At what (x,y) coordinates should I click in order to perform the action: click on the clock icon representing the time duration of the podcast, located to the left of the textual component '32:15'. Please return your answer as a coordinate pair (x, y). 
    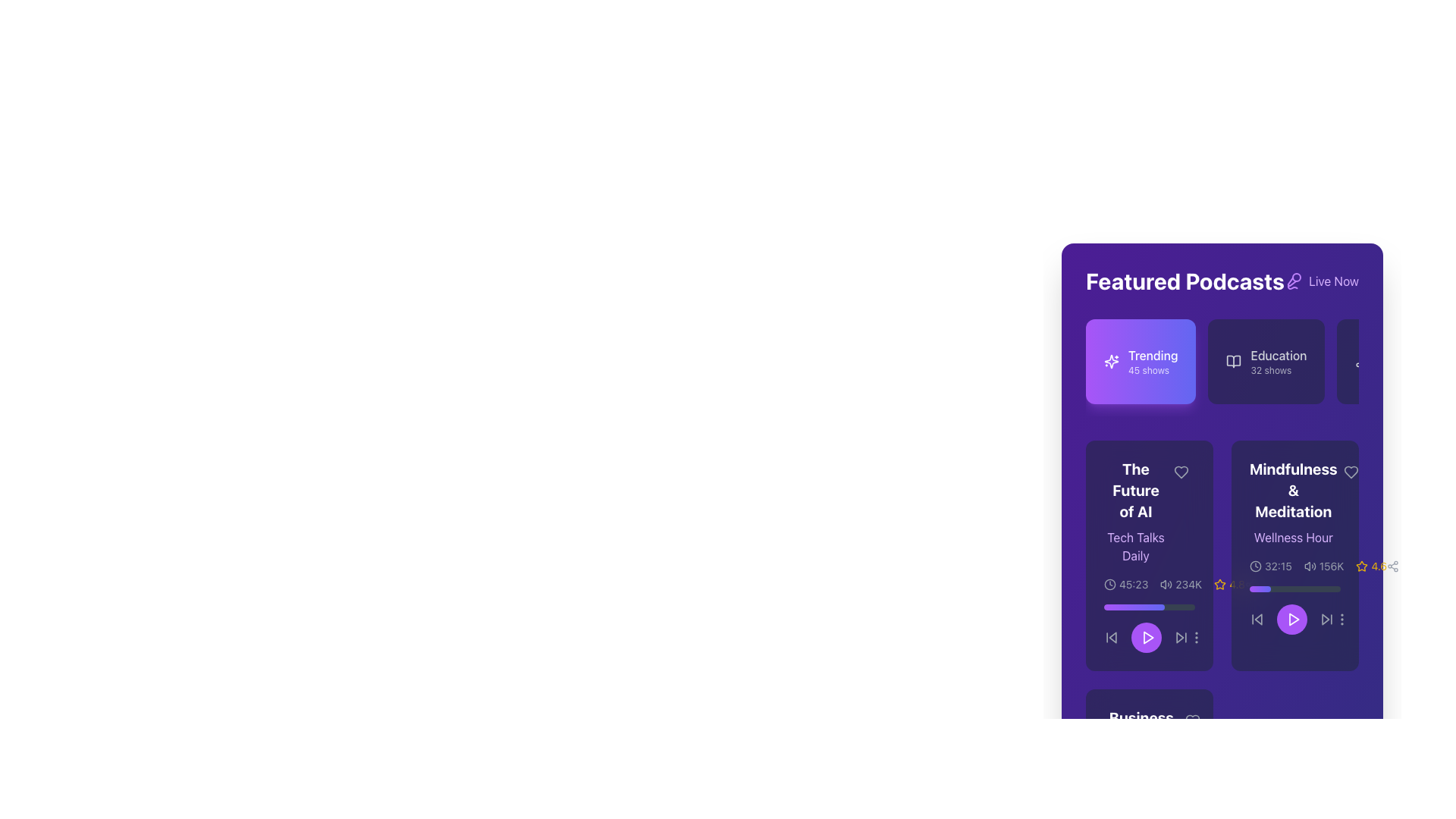
    Looking at the image, I should click on (1256, 566).